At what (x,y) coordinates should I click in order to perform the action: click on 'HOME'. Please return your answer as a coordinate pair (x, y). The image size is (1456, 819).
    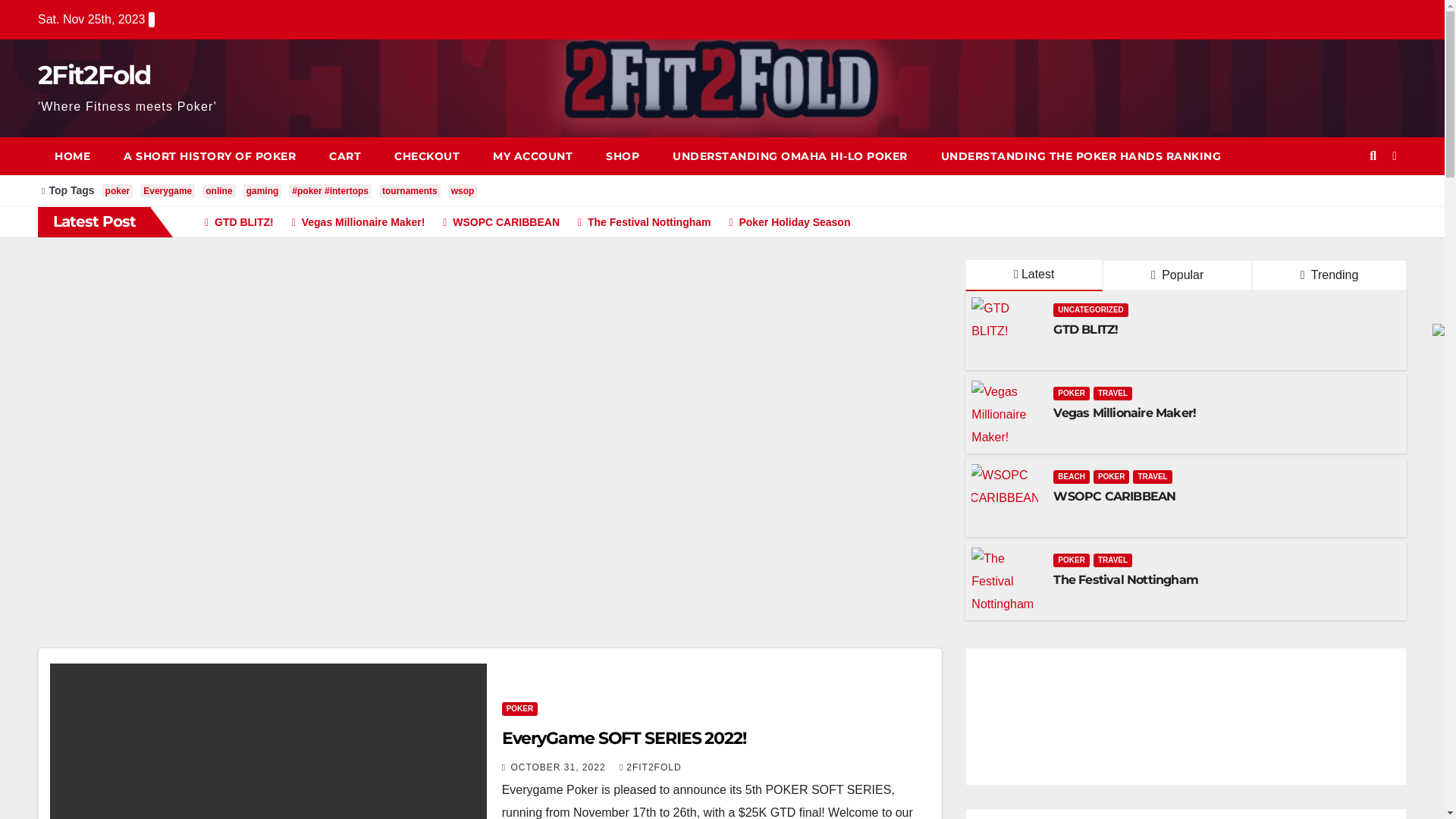
    Looking at the image, I should click on (71, 155).